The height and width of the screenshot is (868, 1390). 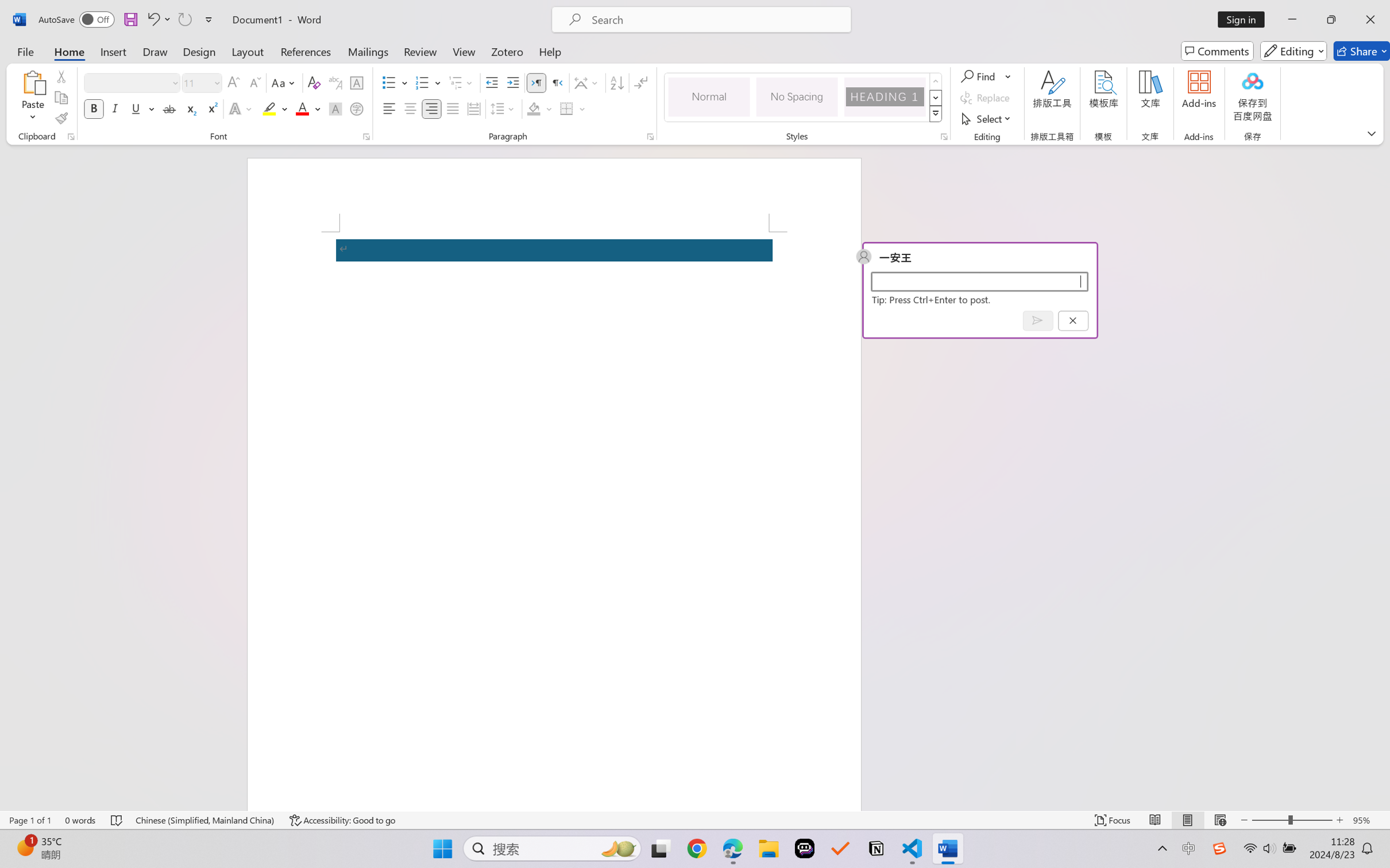 I want to click on 'Undo', so click(x=152, y=19).